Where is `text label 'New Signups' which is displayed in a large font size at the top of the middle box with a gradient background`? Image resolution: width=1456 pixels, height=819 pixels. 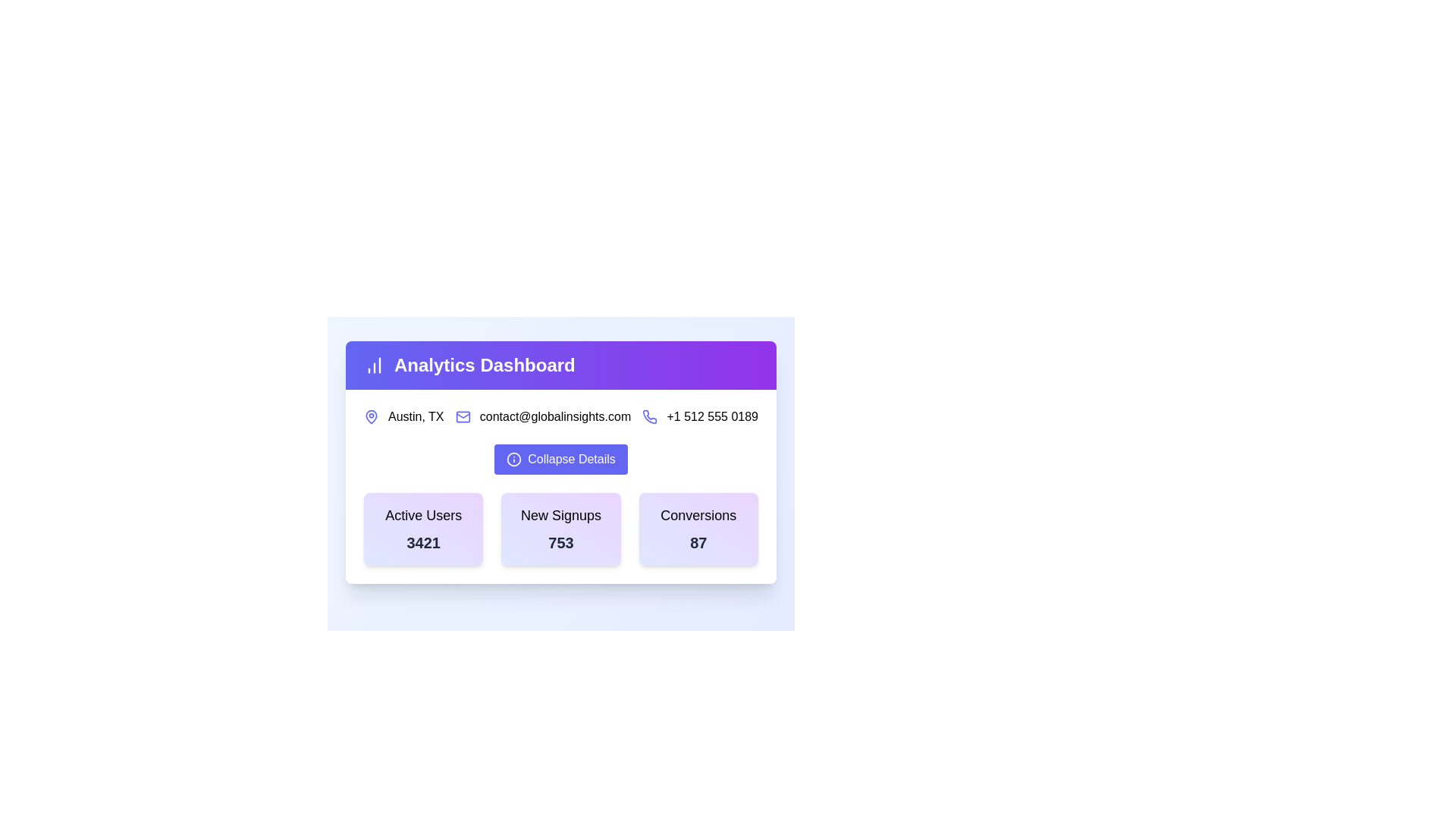
text label 'New Signups' which is displayed in a large font size at the top of the middle box with a gradient background is located at coordinates (560, 514).